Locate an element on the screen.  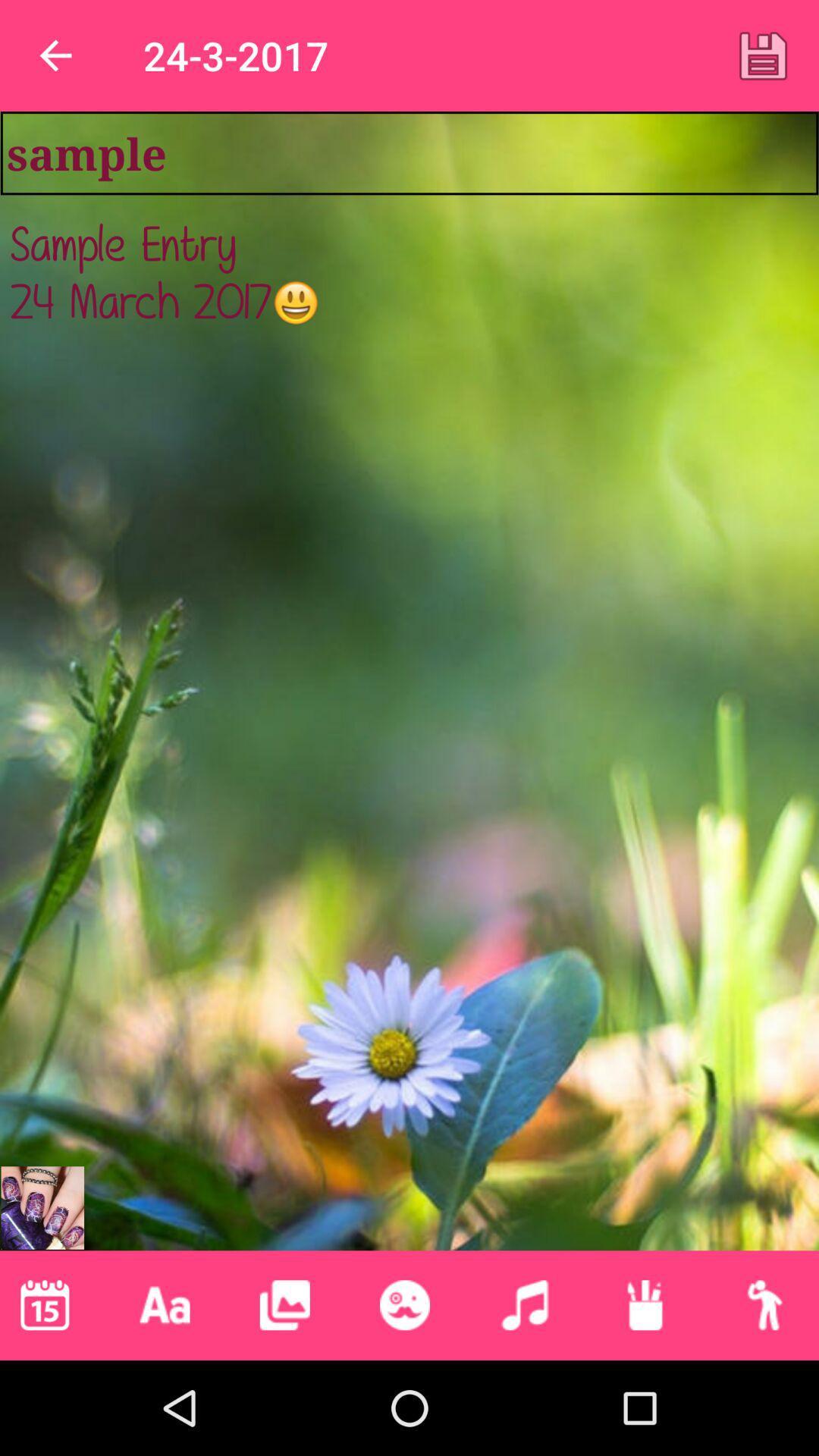
icon below the sample entry 24 is located at coordinates (524, 1304).